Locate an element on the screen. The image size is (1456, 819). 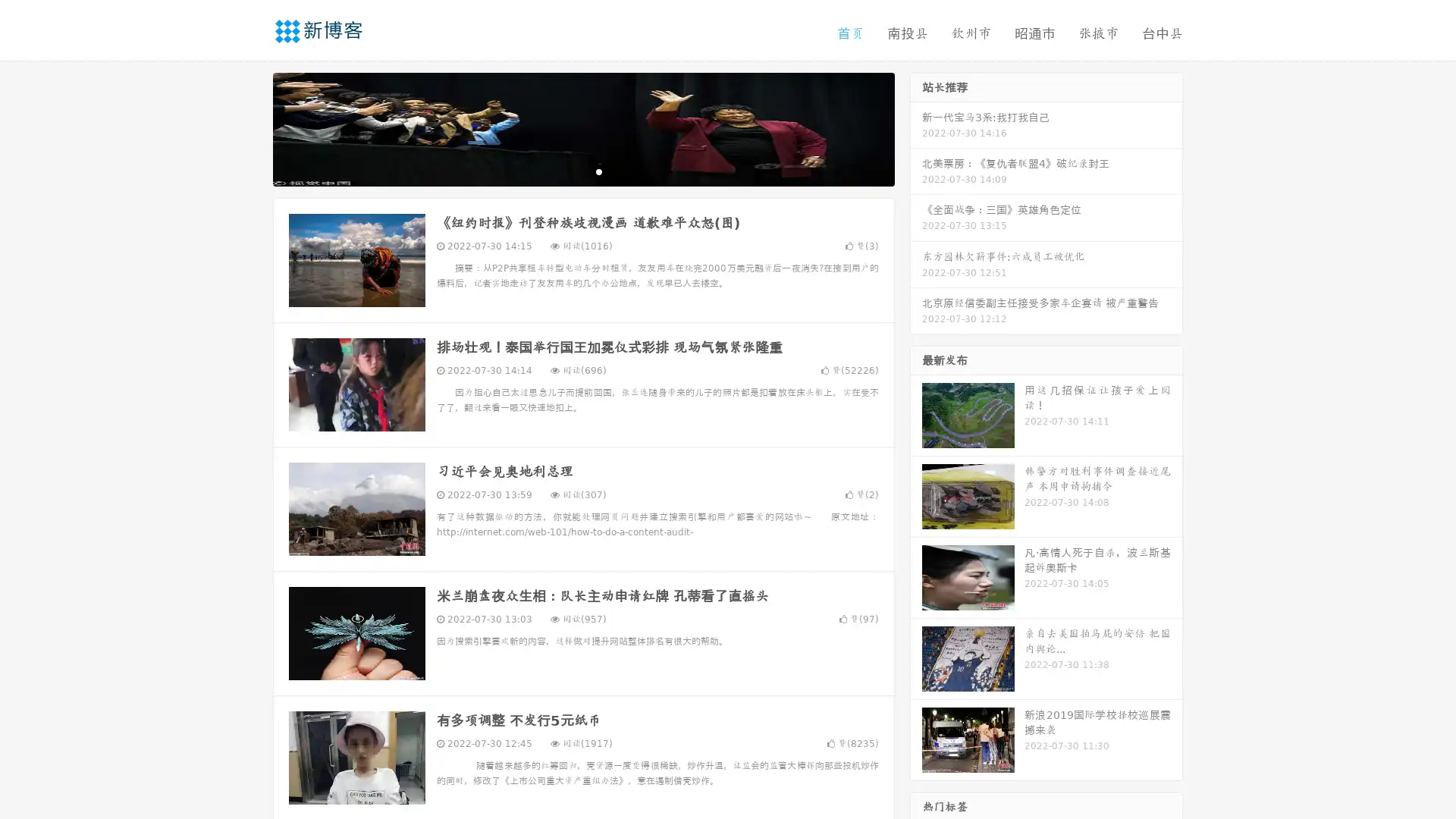
Previous slide is located at coordinates (250, 127).